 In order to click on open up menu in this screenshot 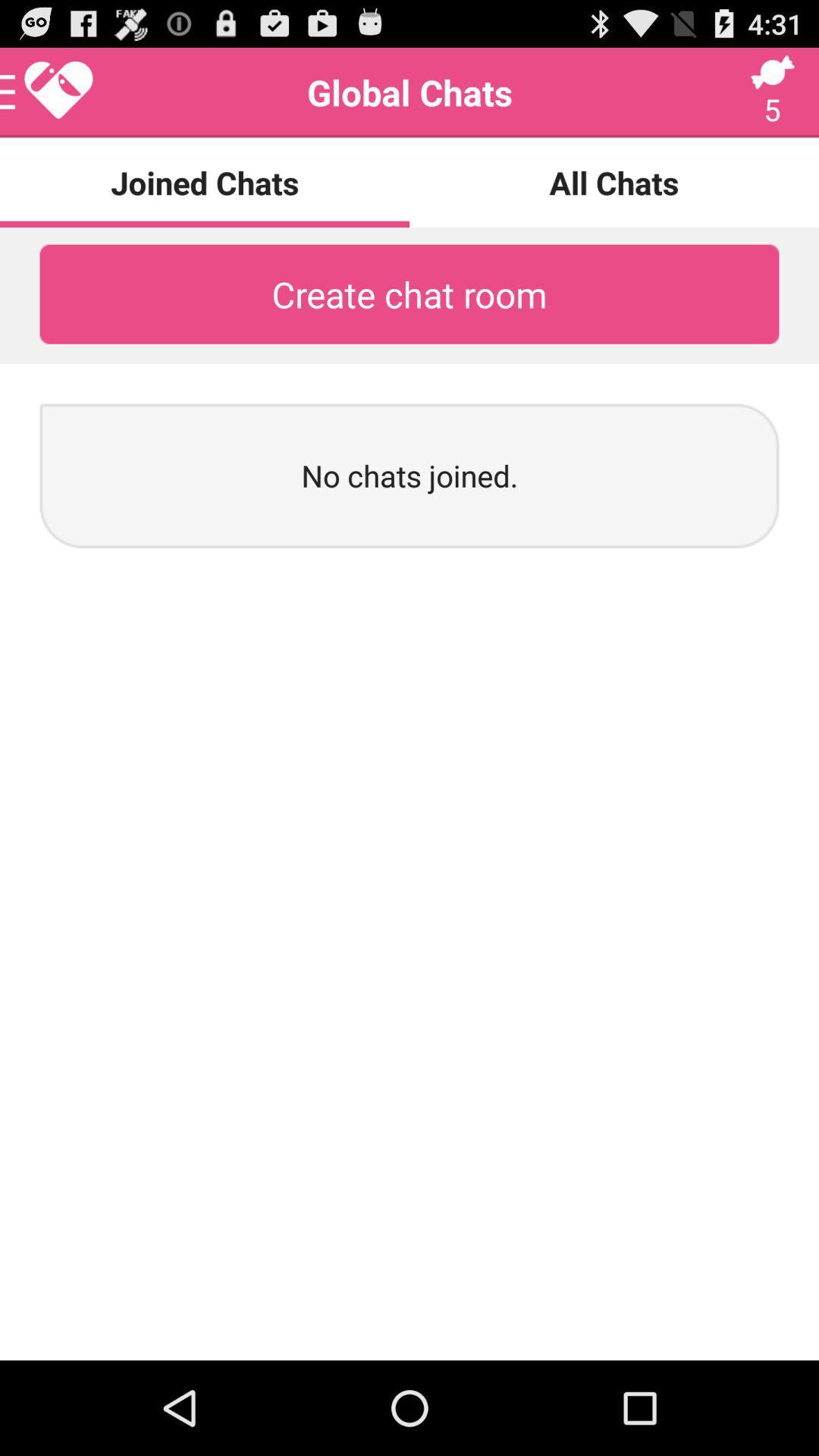, I will do `click(46, 92)`.